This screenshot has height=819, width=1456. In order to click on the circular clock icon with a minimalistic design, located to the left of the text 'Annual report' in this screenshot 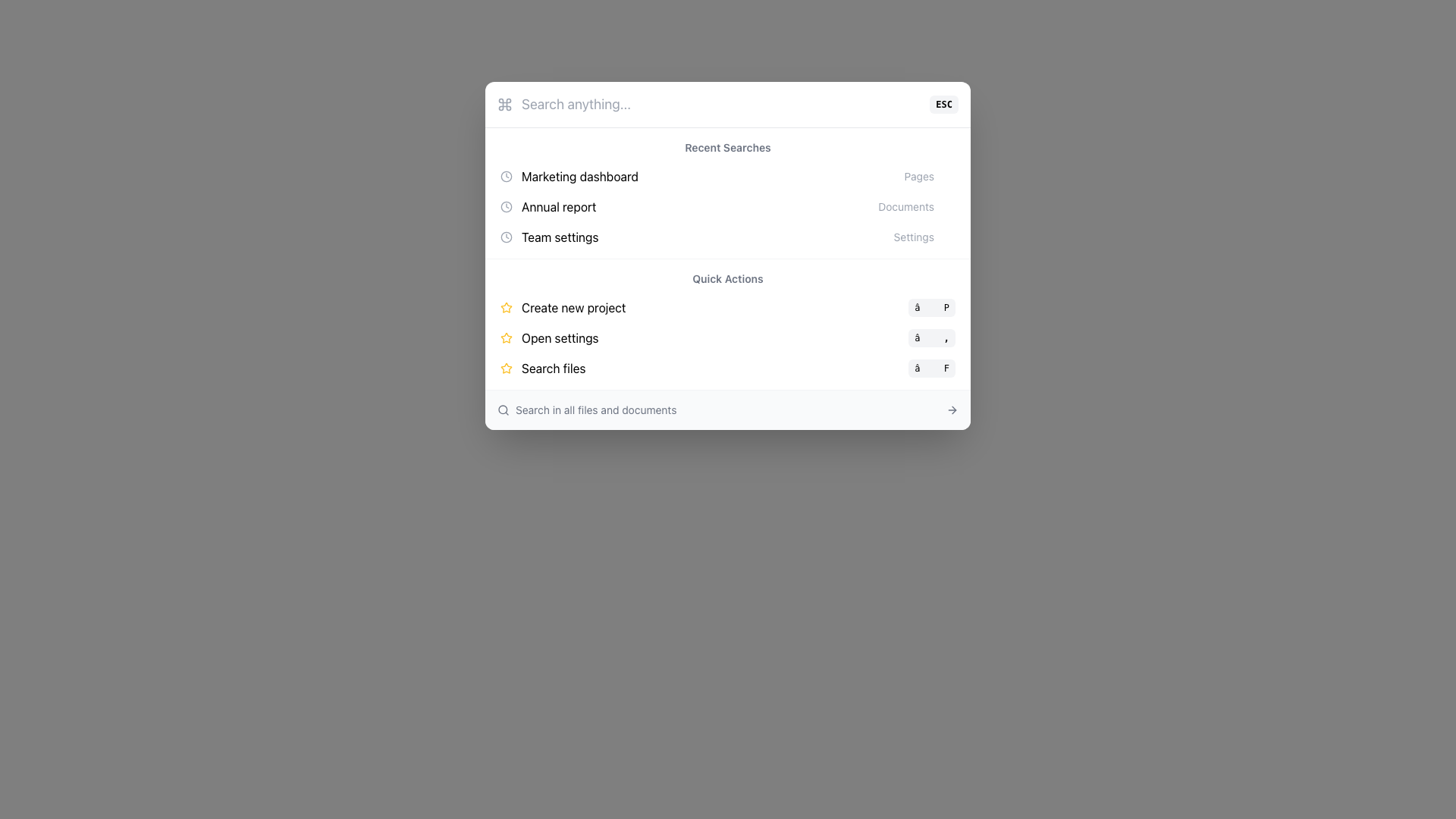, I will do `click(506, 207)`.